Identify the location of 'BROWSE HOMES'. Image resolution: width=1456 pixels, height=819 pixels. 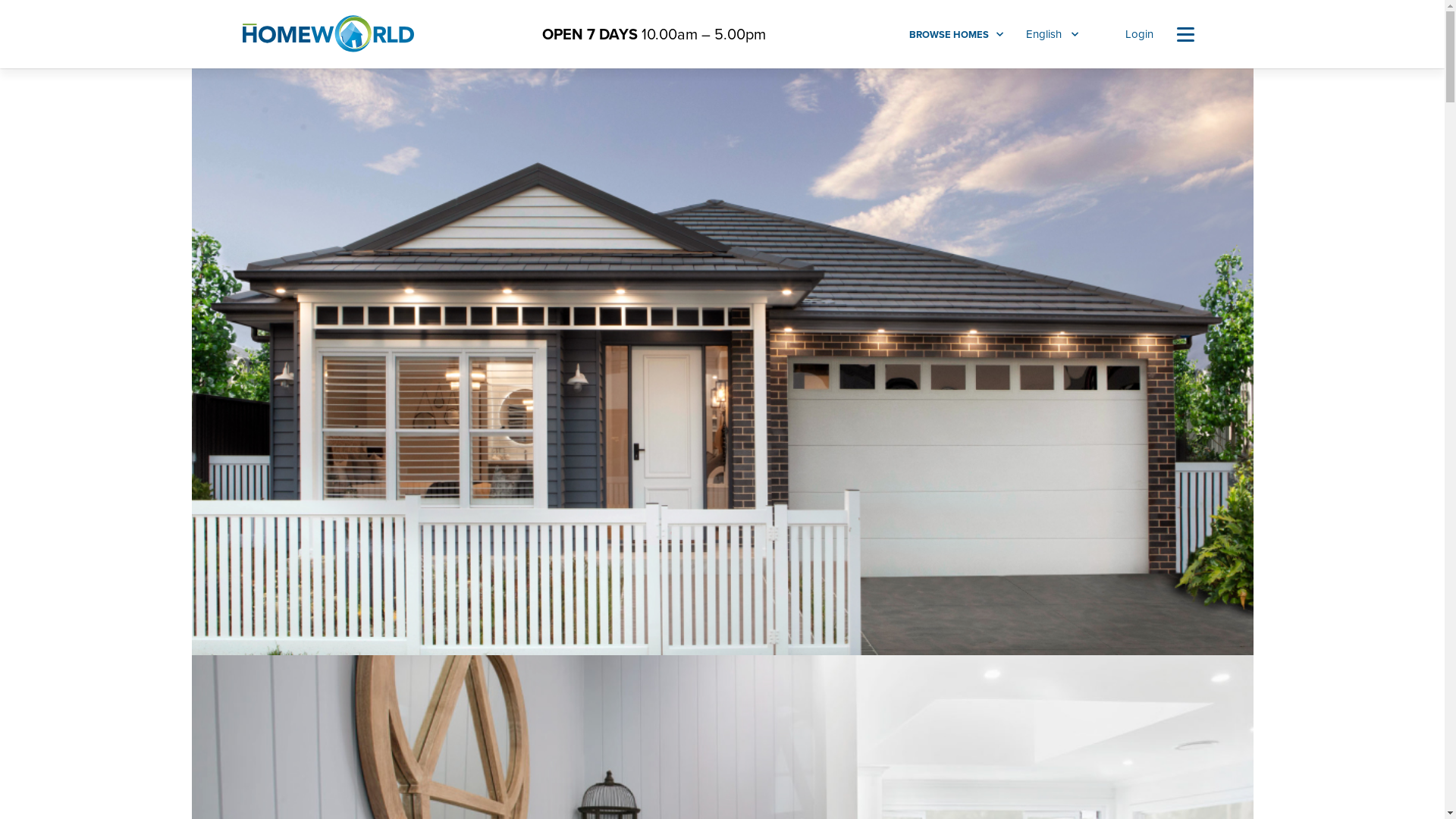
(955, 34).